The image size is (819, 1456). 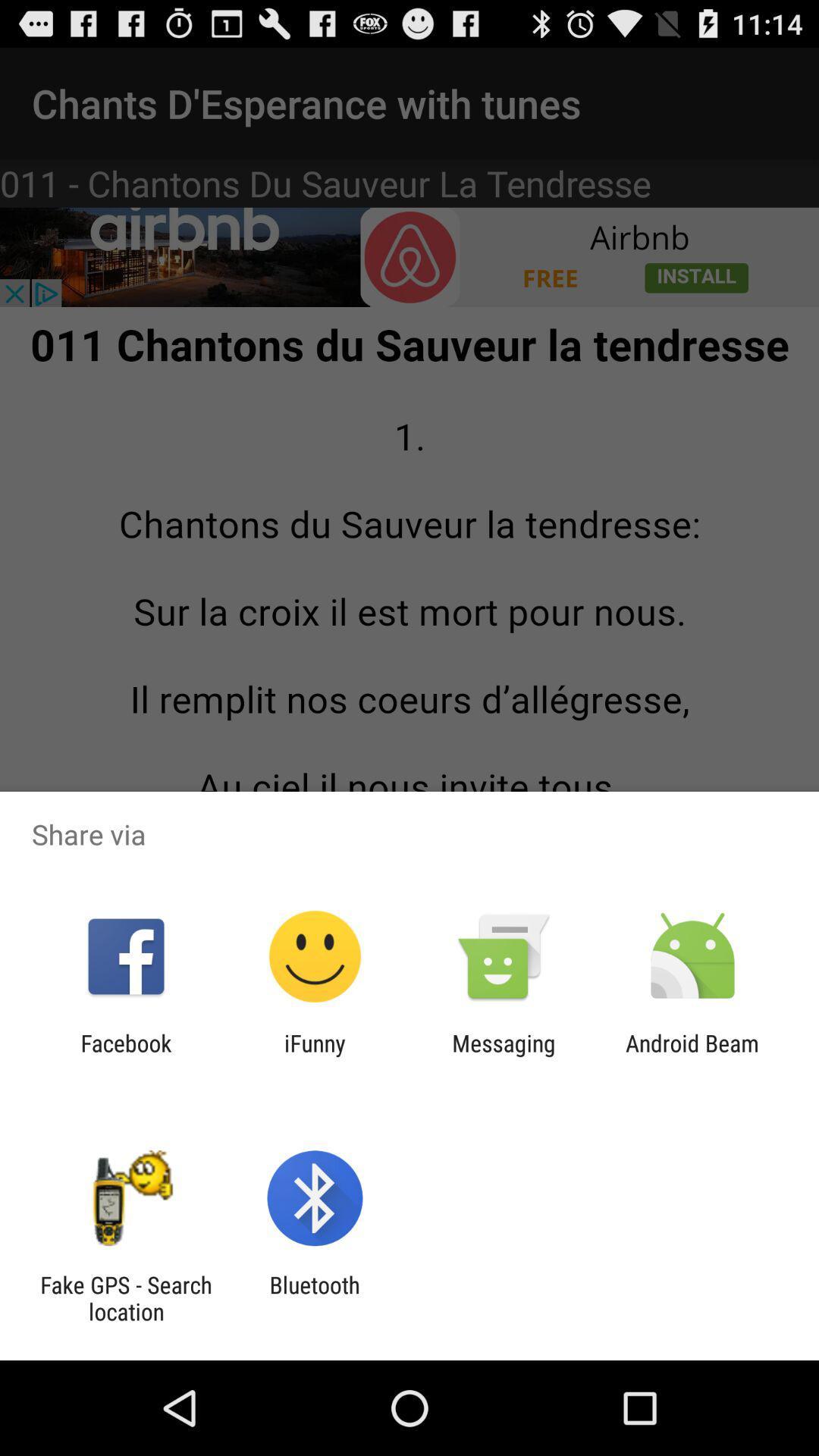 What do you see at coordinates (314, 1056) in the screenshot?
I see `the icon next to the facebook app` at bounding box center [314, 1056].